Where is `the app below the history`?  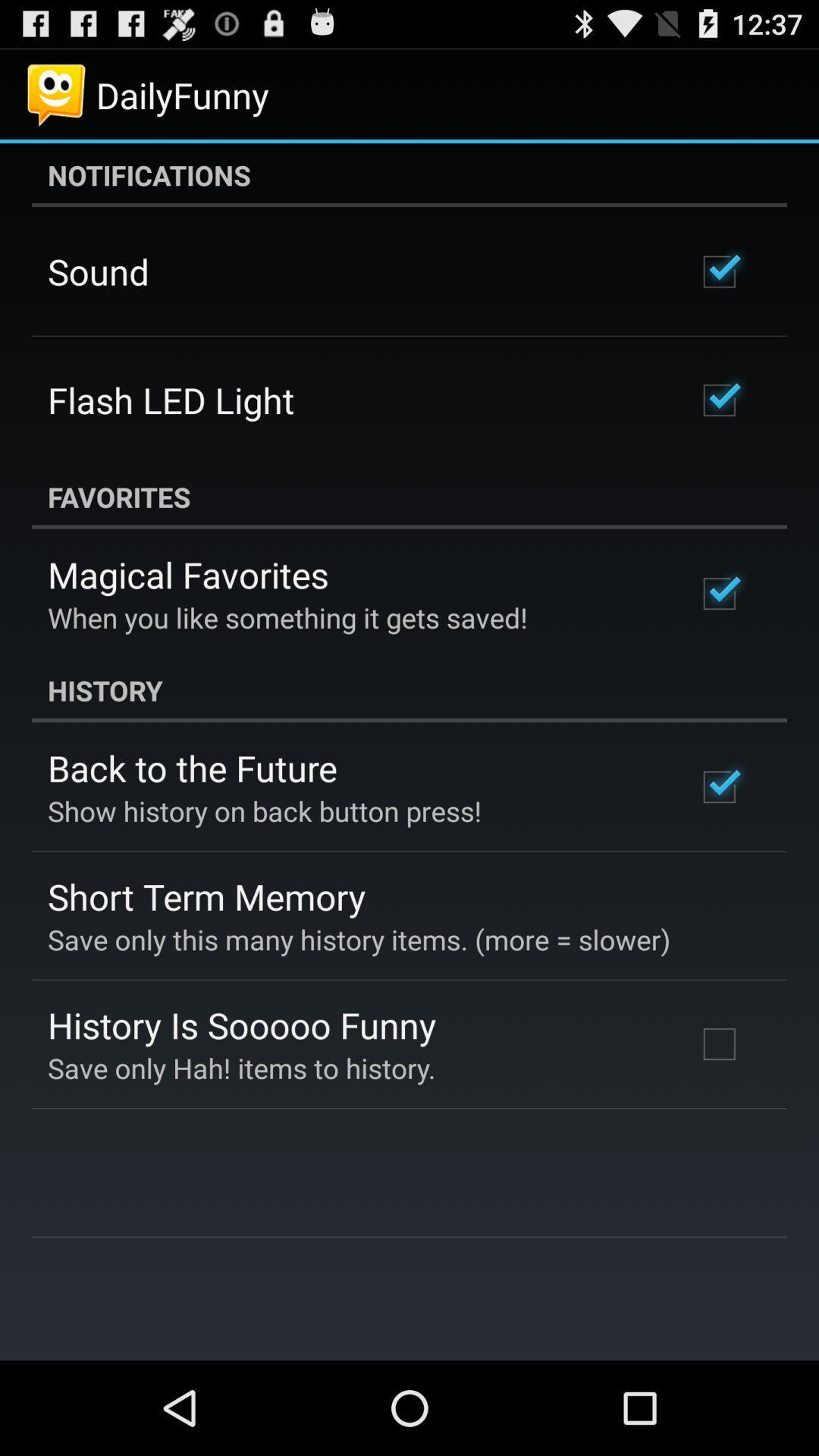 the app below the history is located at coordinates (191, 767).